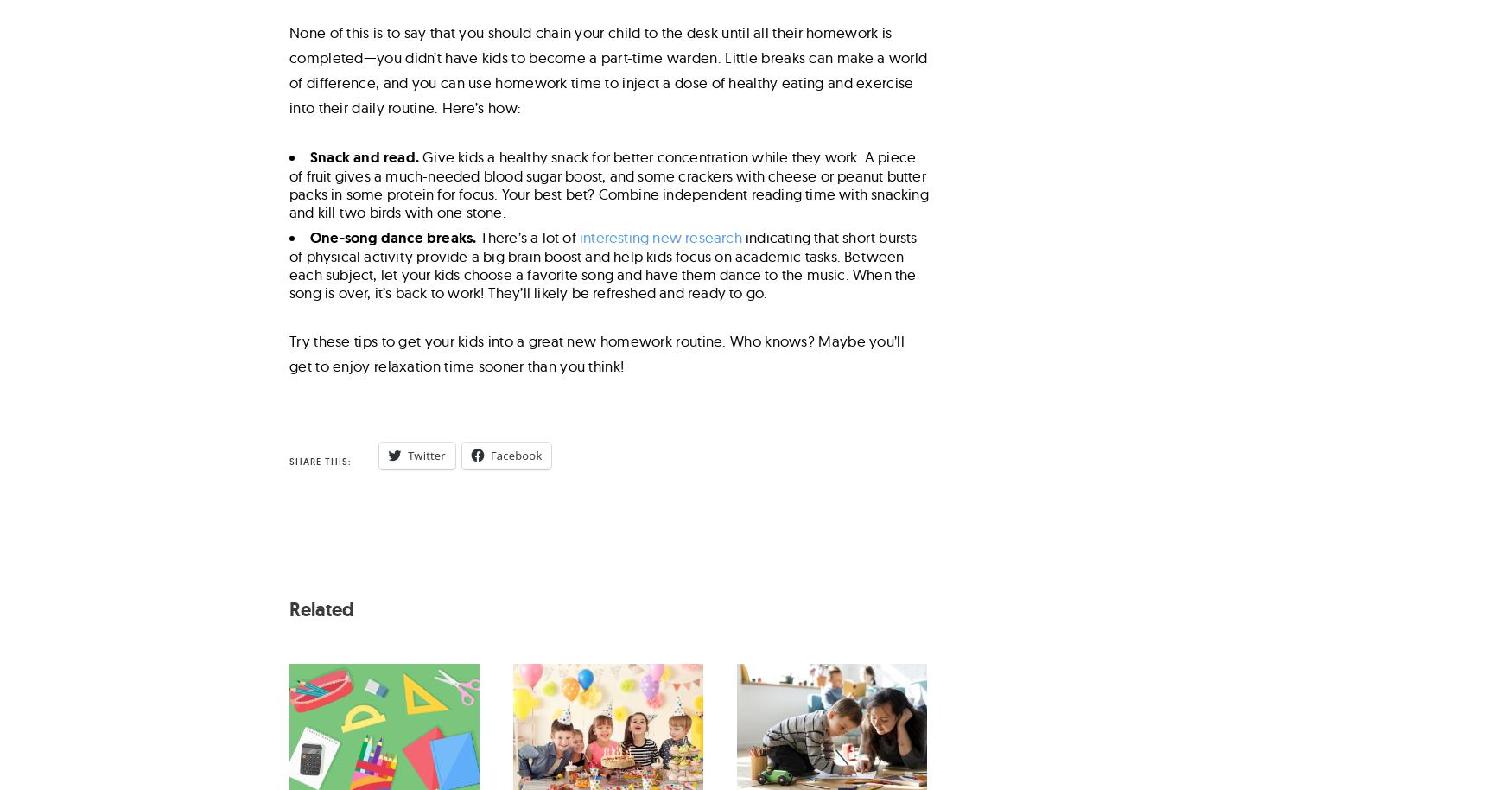 This screenshot has width=1512, height=790. Describe the element at coordinates (365, 156) in the screenshot. I see `'Snack and read.'` at that location.